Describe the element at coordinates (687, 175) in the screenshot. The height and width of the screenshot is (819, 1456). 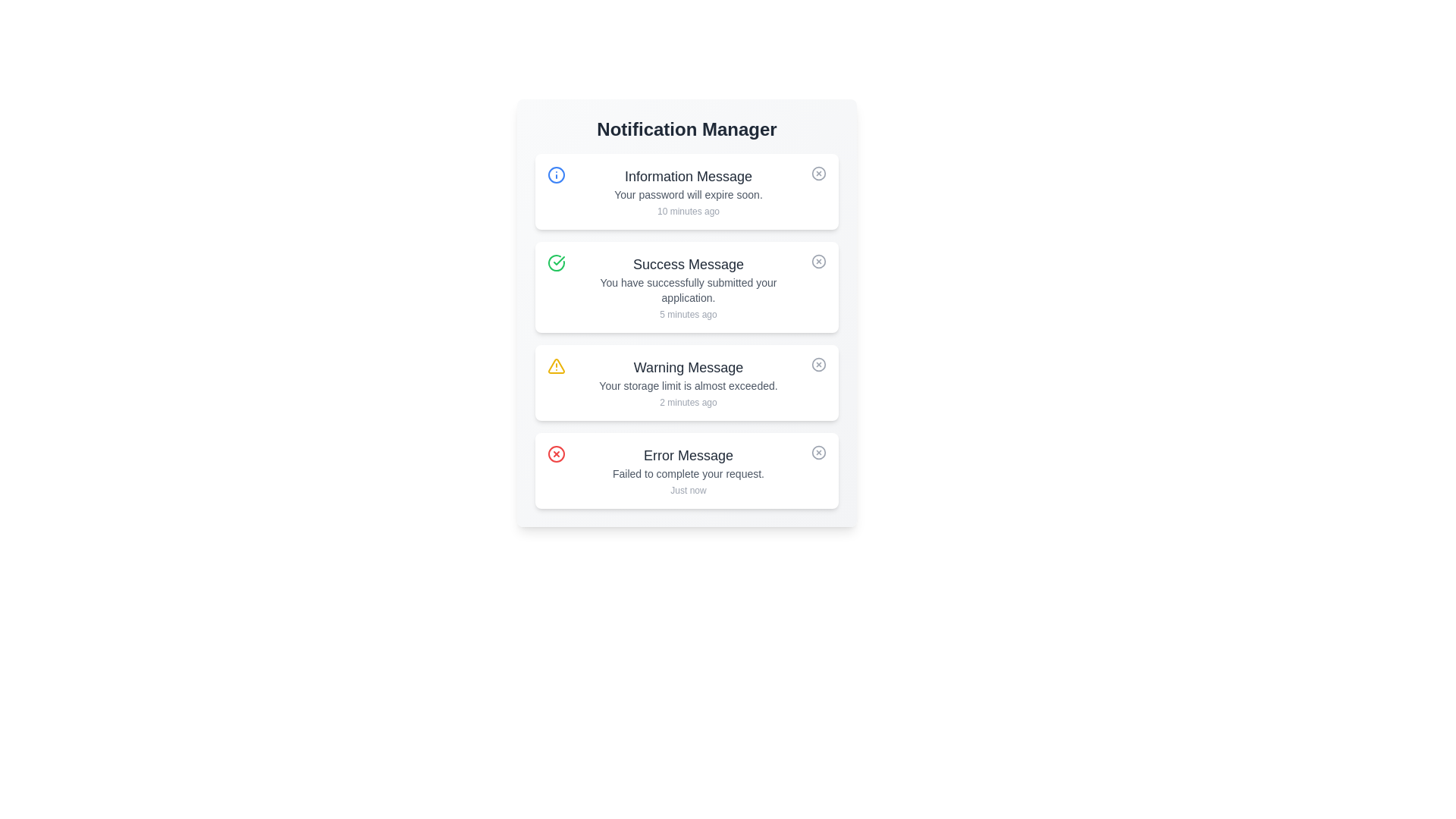
I see `the static text label that identifies the type of notification in the first notification card under the 'Notification Manager' heading` at that location.